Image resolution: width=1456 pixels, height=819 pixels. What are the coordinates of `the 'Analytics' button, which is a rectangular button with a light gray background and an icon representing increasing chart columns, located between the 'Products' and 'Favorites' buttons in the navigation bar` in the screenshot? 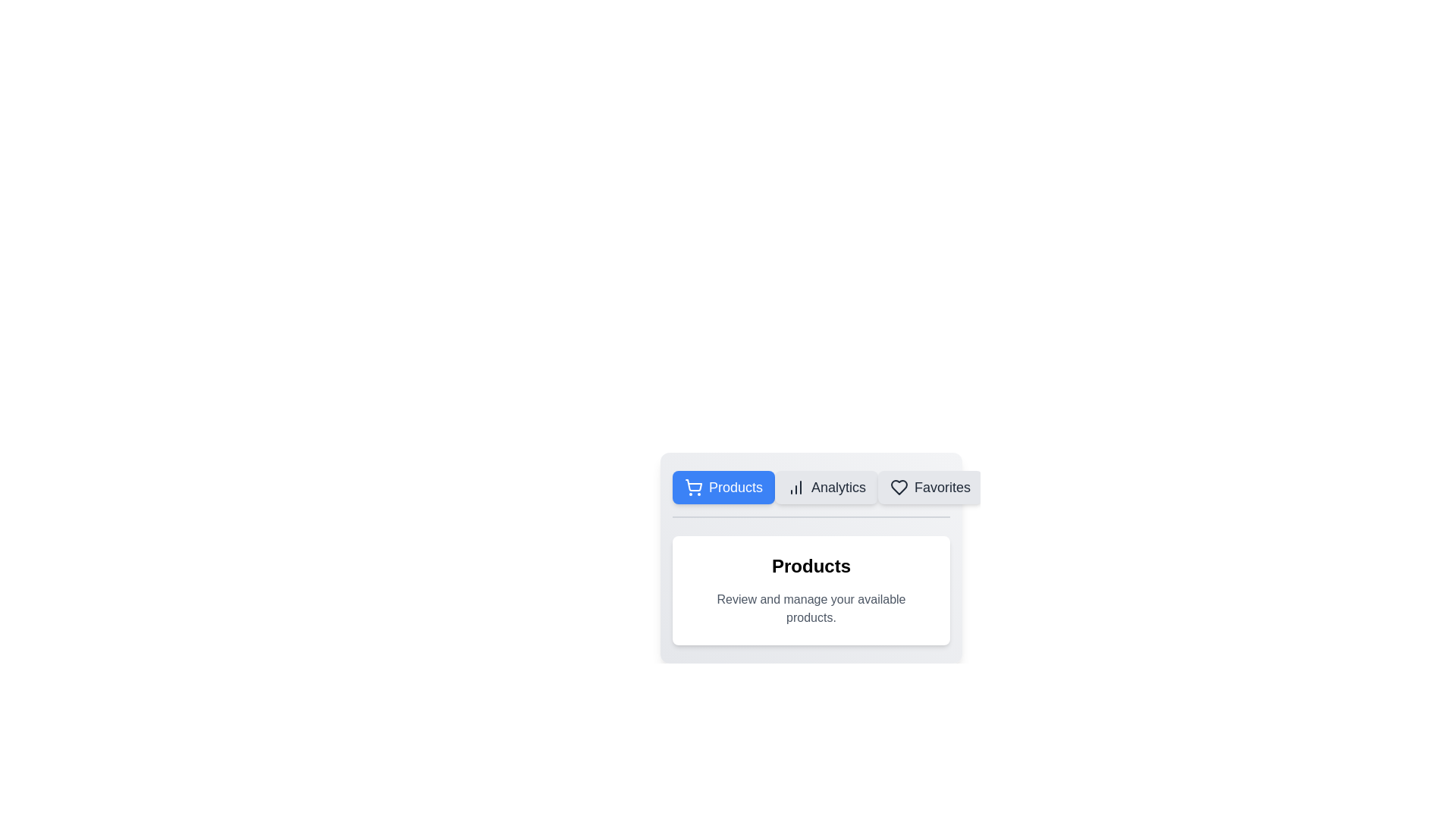 It's located at (825, 488).